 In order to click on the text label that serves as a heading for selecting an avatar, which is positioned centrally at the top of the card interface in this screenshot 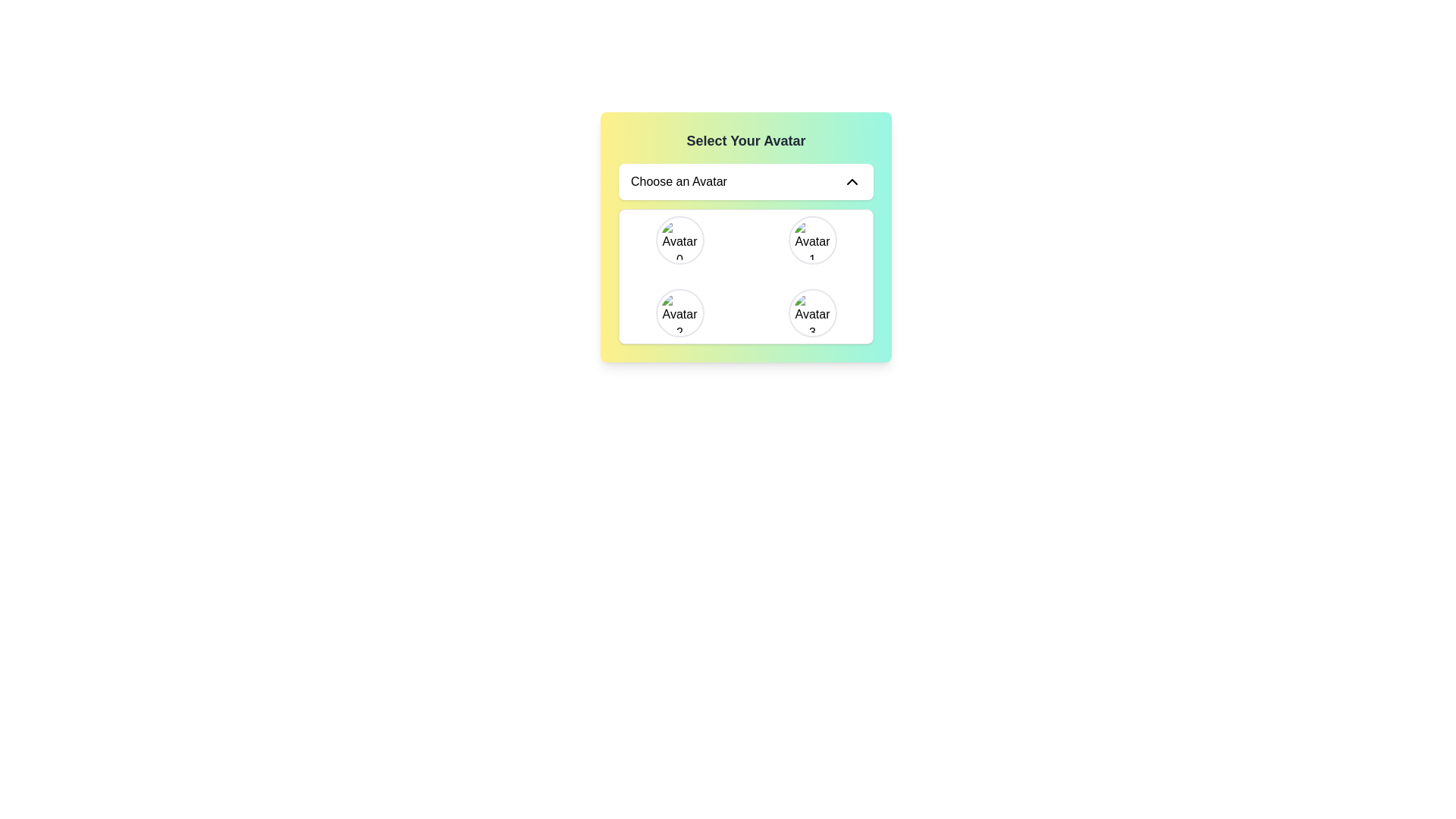, I will do `click(745, 140)`.